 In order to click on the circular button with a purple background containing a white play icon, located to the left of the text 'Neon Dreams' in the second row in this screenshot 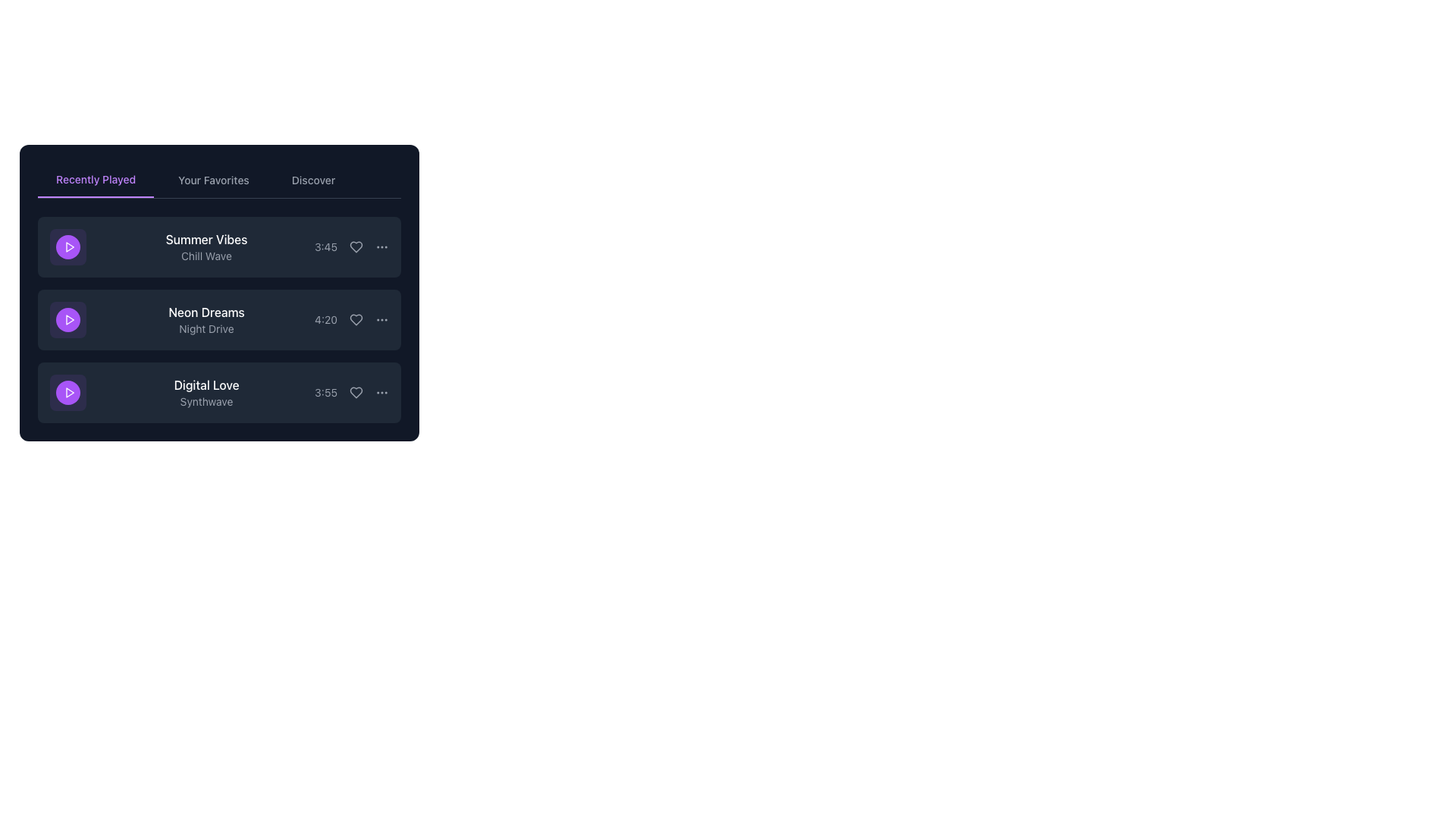, I will do `click(67, 318)`.